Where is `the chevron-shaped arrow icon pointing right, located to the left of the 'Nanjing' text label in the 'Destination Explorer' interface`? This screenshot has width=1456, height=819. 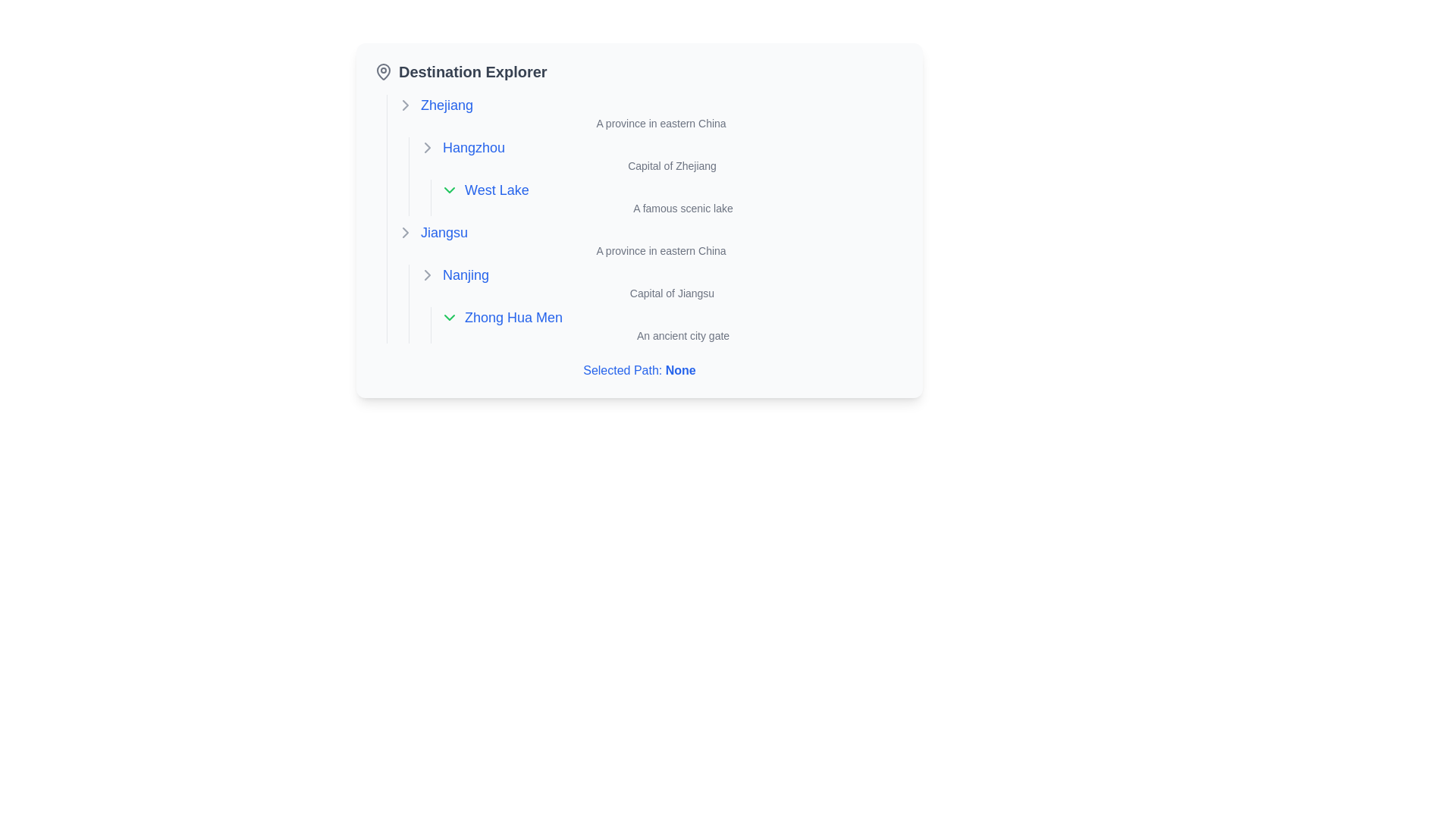
the chevron-shaped arrow icon pointing right, located to the left of the 'Nanjing' text label in the 'Destination Explorer' interface is located at coordinates (427, 275).